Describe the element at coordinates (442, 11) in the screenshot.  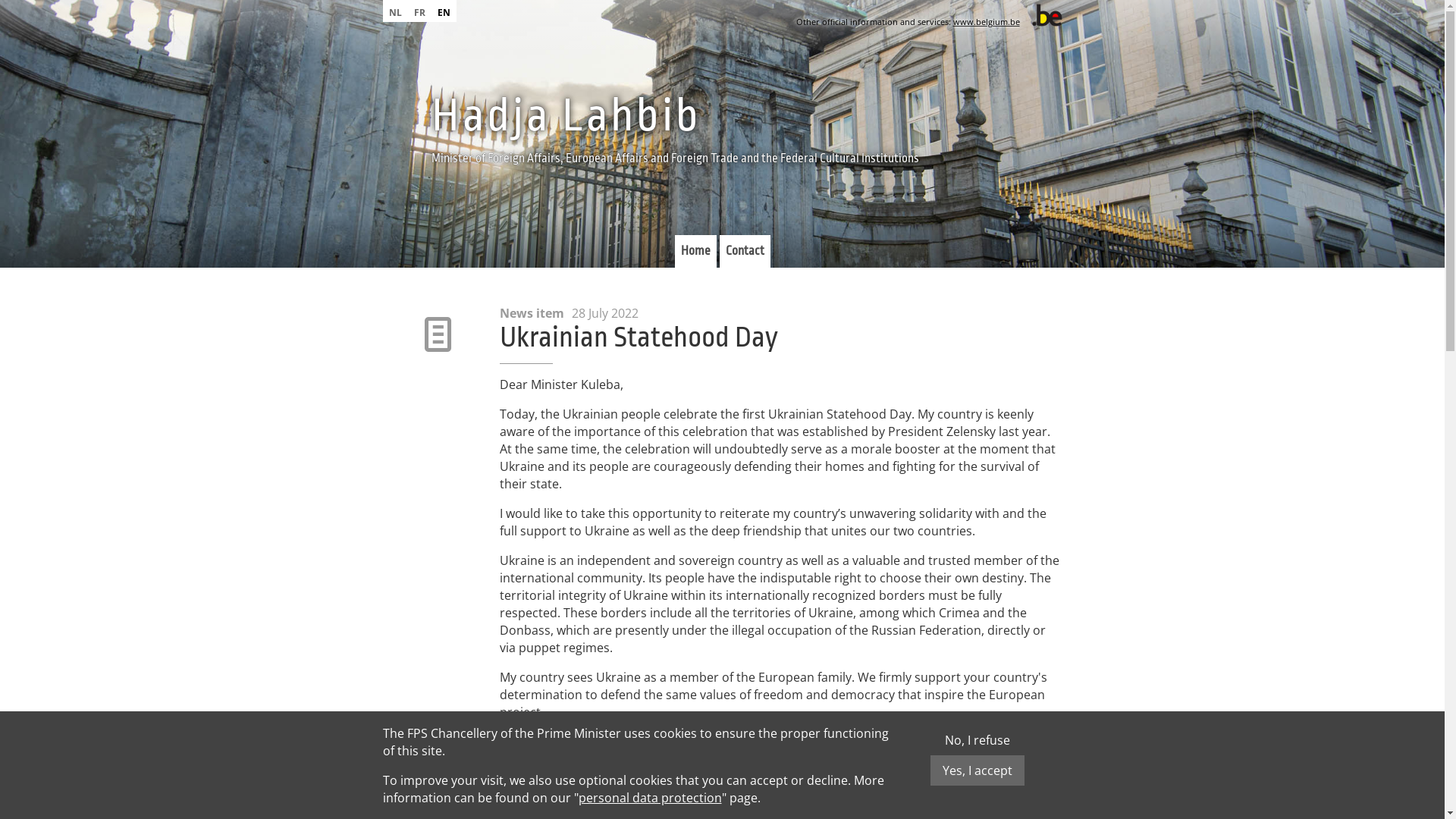
I see `'EN'` at that location.